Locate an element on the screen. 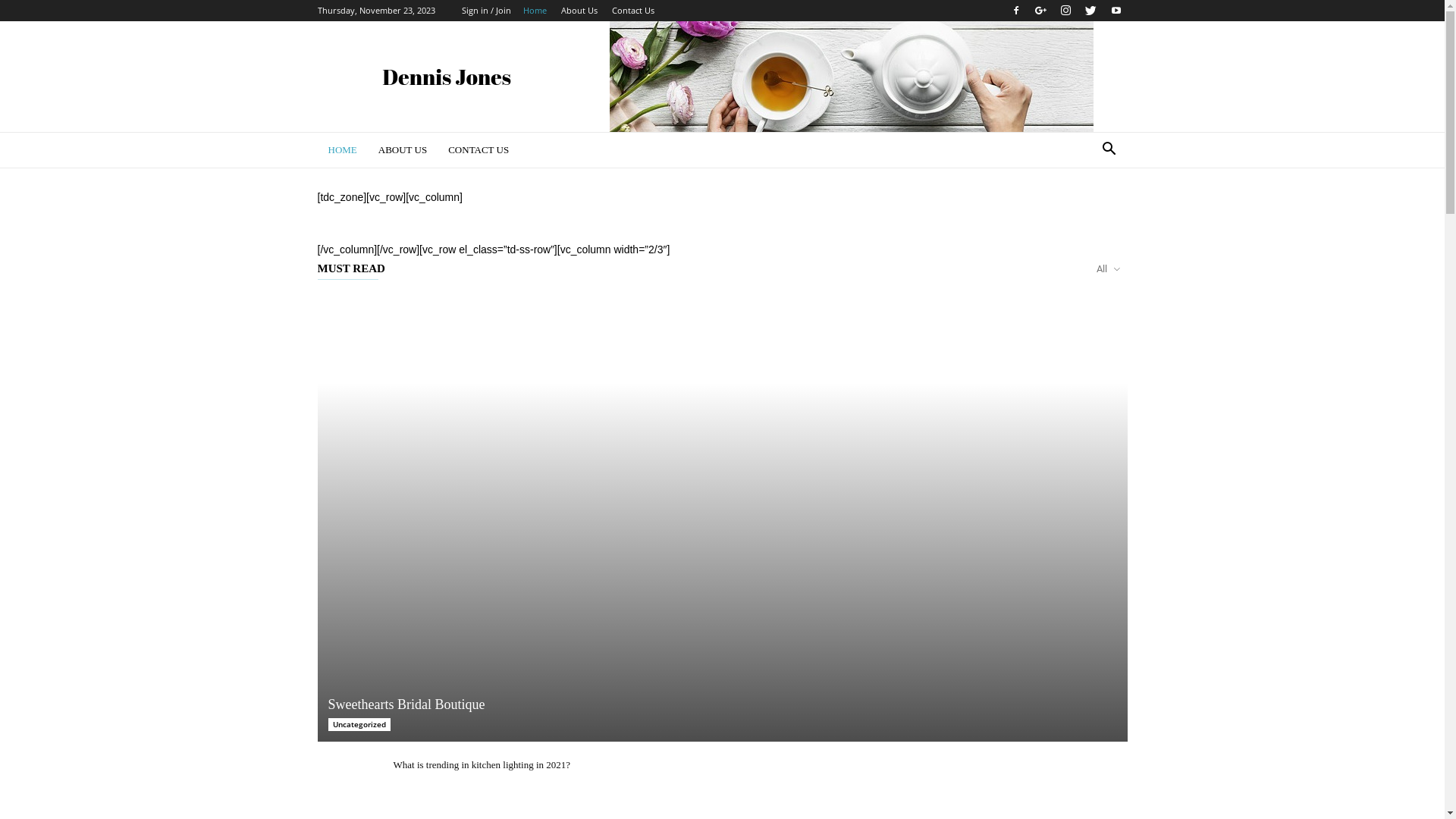 This screenshot has width=1456, height=819. 'Youtube' is located at coordinates (1115, 11).